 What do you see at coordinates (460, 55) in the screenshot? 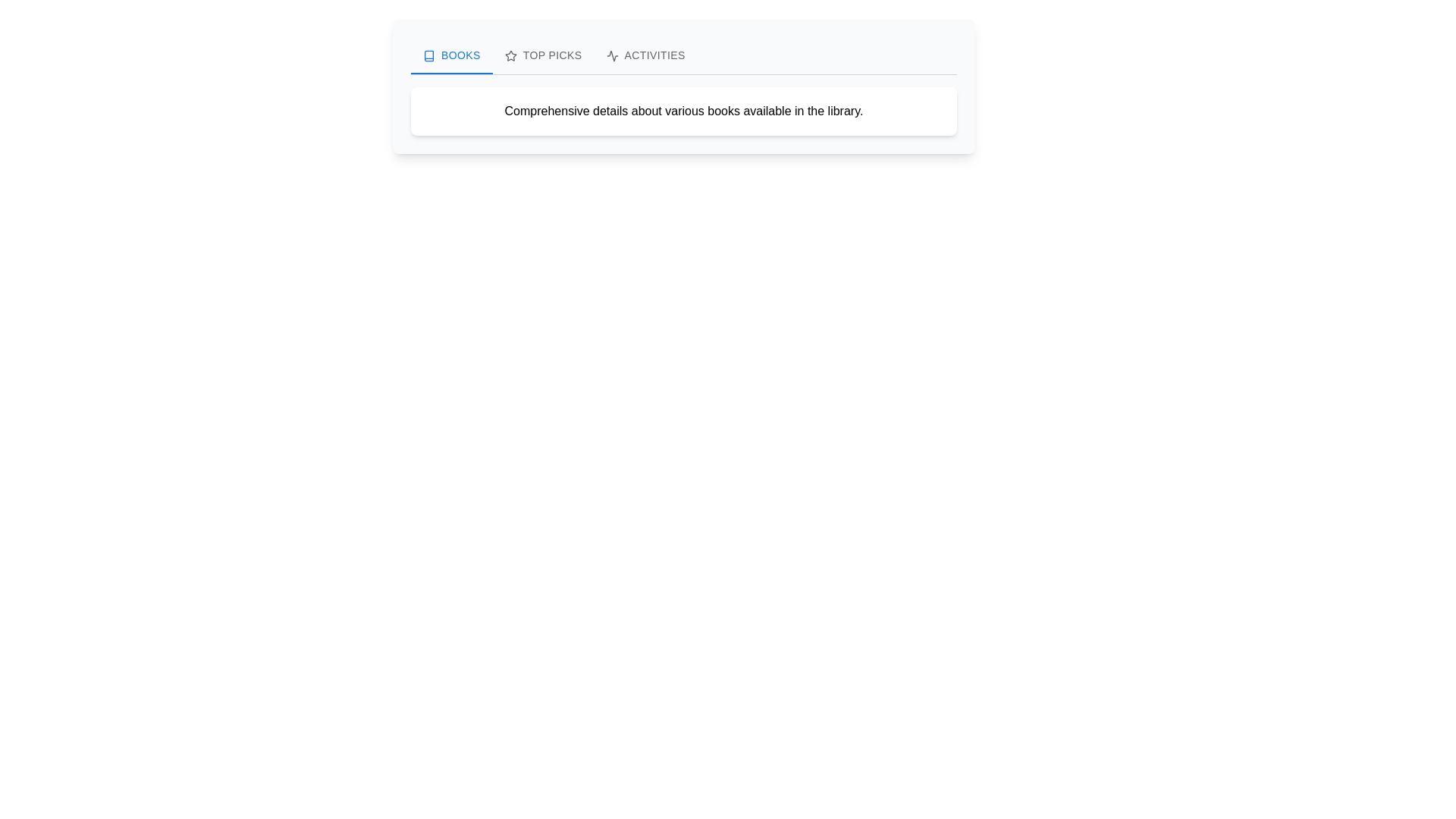
I see `the text label displaying 'BOOKS' in uppercase letters, styled with a blue font` at bounding box center [460, 55].